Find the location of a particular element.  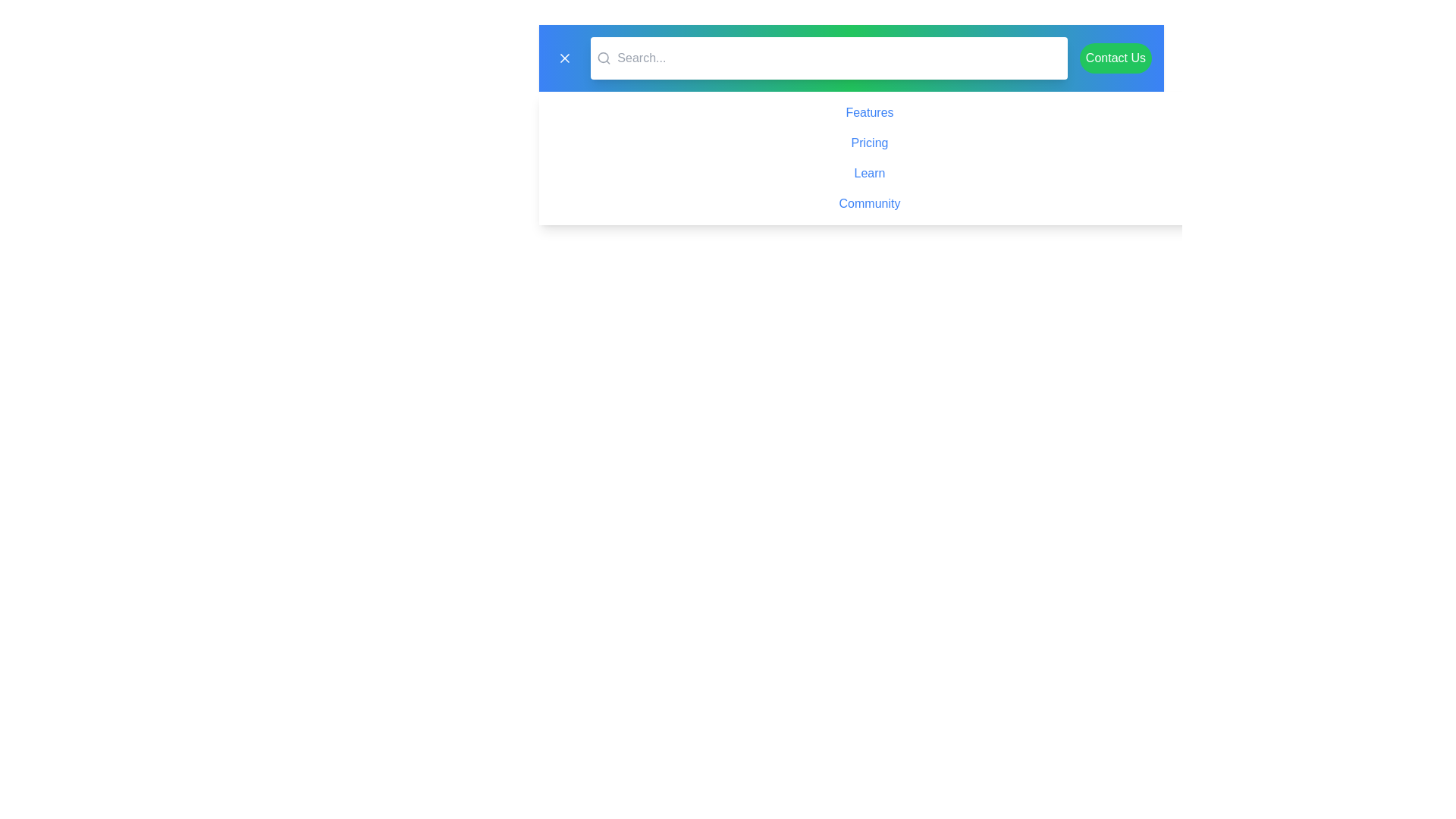

the 'Pricing' hyperlink located below the search bar is located at coordinates (870, 143).